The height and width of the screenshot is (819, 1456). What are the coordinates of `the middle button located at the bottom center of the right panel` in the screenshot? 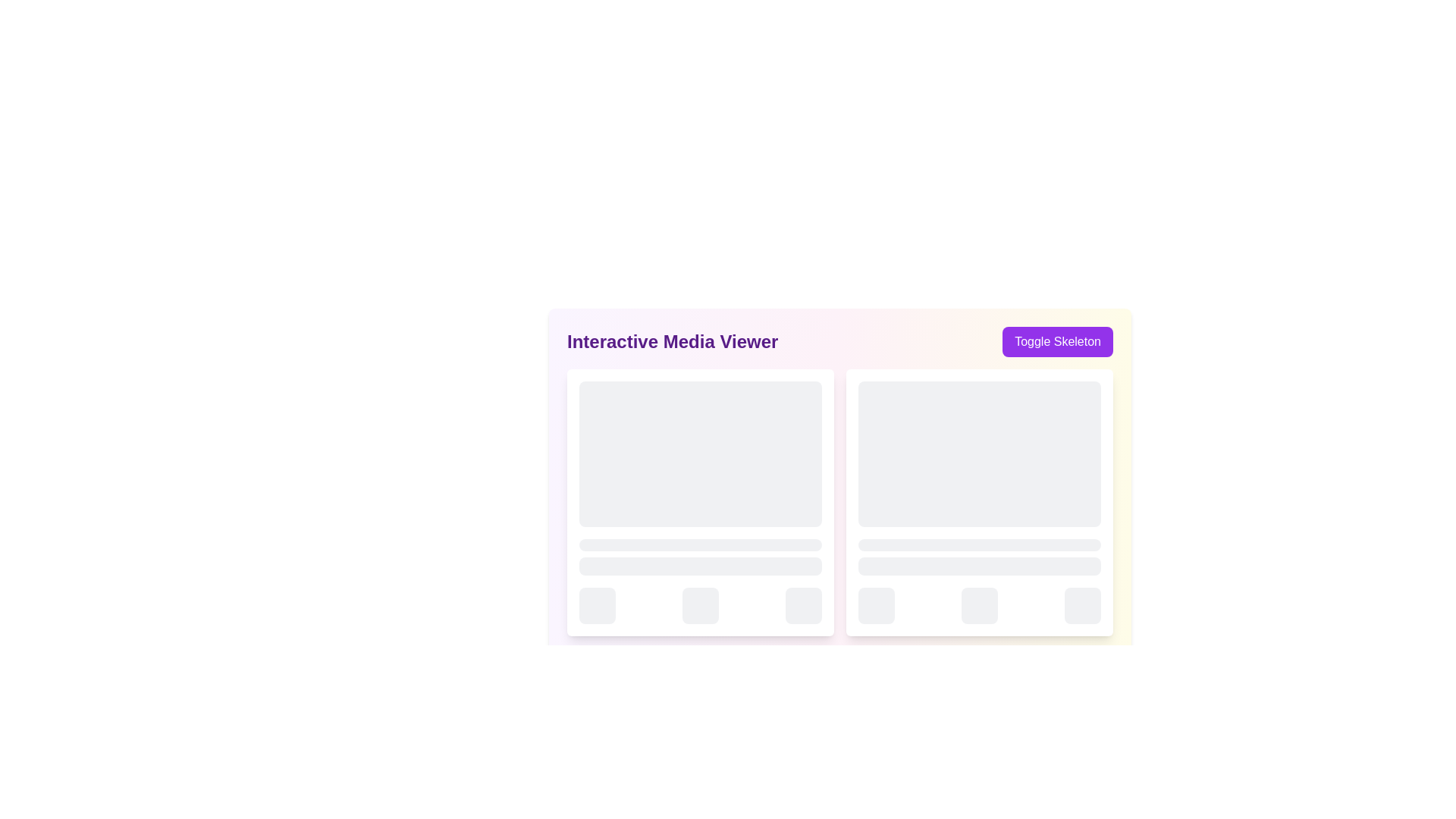 It's located at (979, 604).